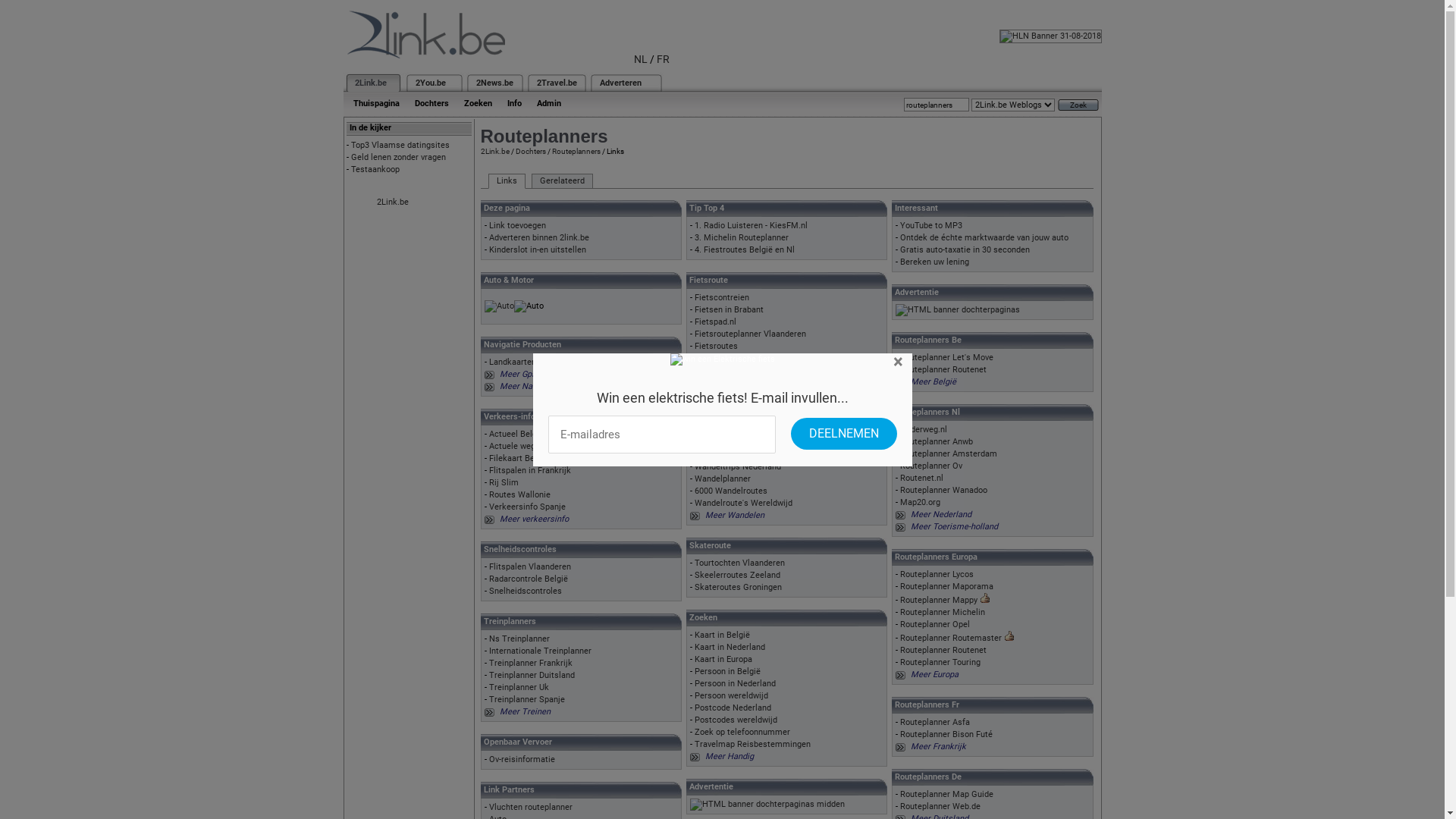  What do you see at coordinates (899, 649) in the screenshot?
I see `'Routeplanner Routenet'` at bounding box center [899, 649].